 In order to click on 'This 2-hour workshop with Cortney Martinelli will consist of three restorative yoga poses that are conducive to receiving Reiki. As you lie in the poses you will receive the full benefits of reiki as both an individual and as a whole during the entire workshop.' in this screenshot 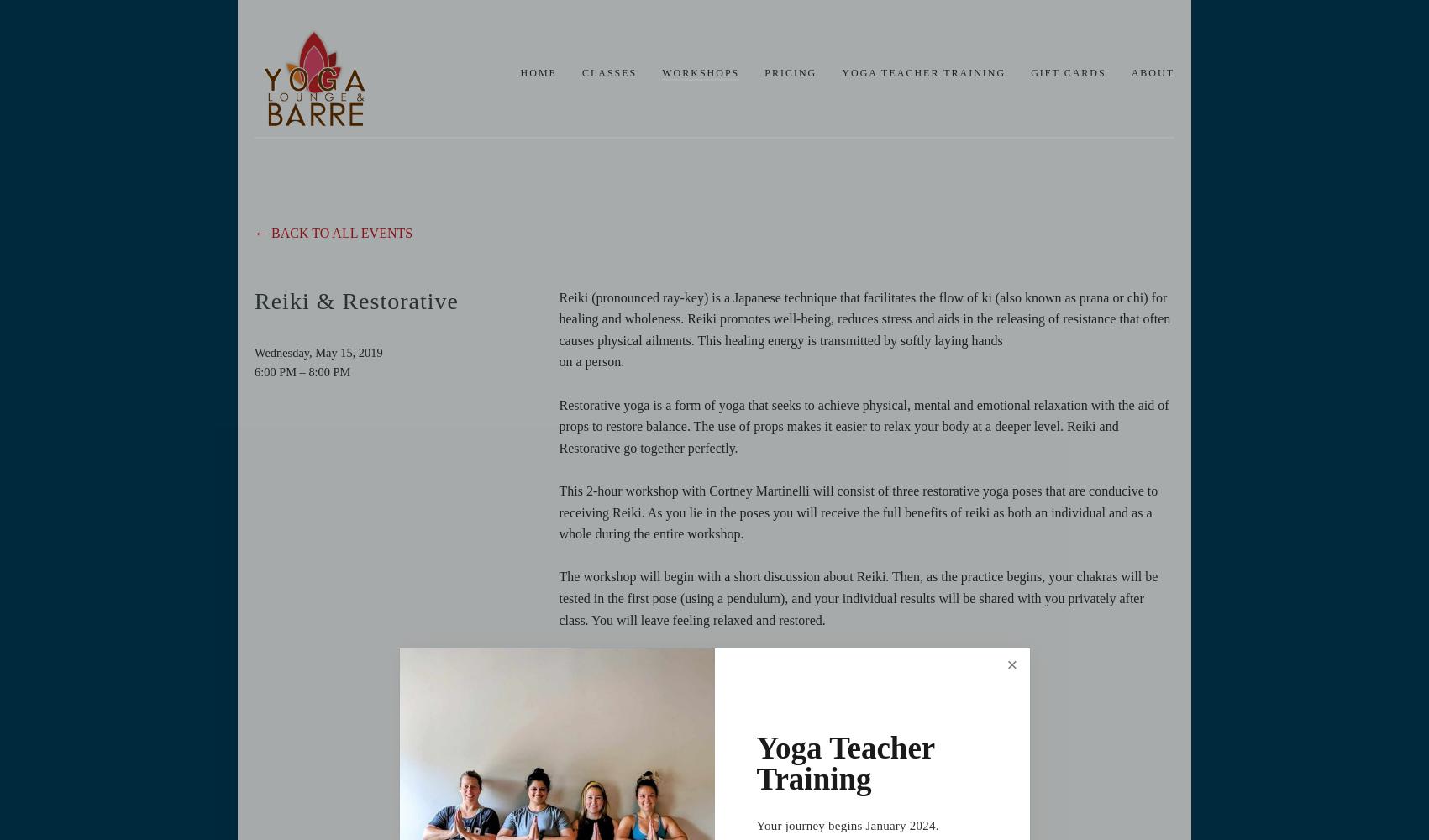, I will do `click(859, 511)`.